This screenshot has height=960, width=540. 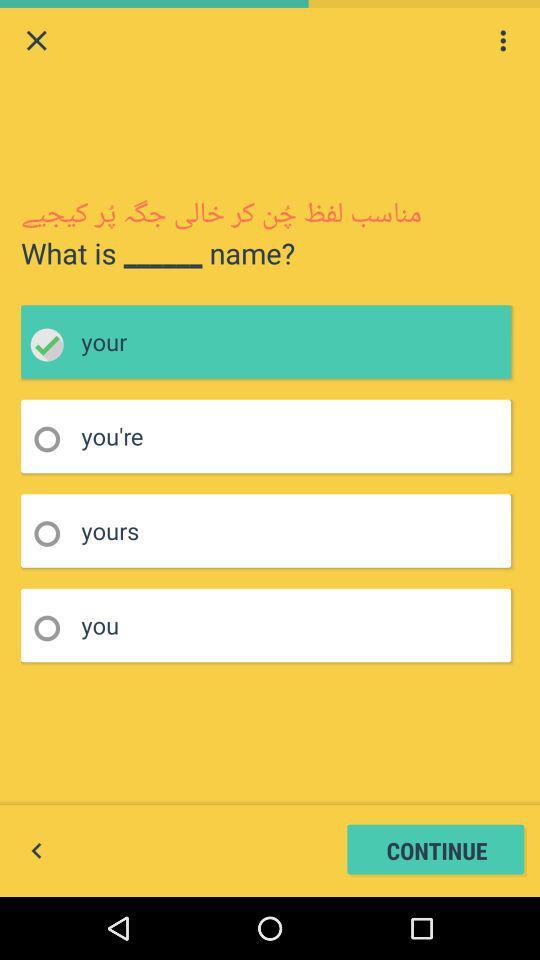 I want to click on option yours, so click(x=53, y=533).